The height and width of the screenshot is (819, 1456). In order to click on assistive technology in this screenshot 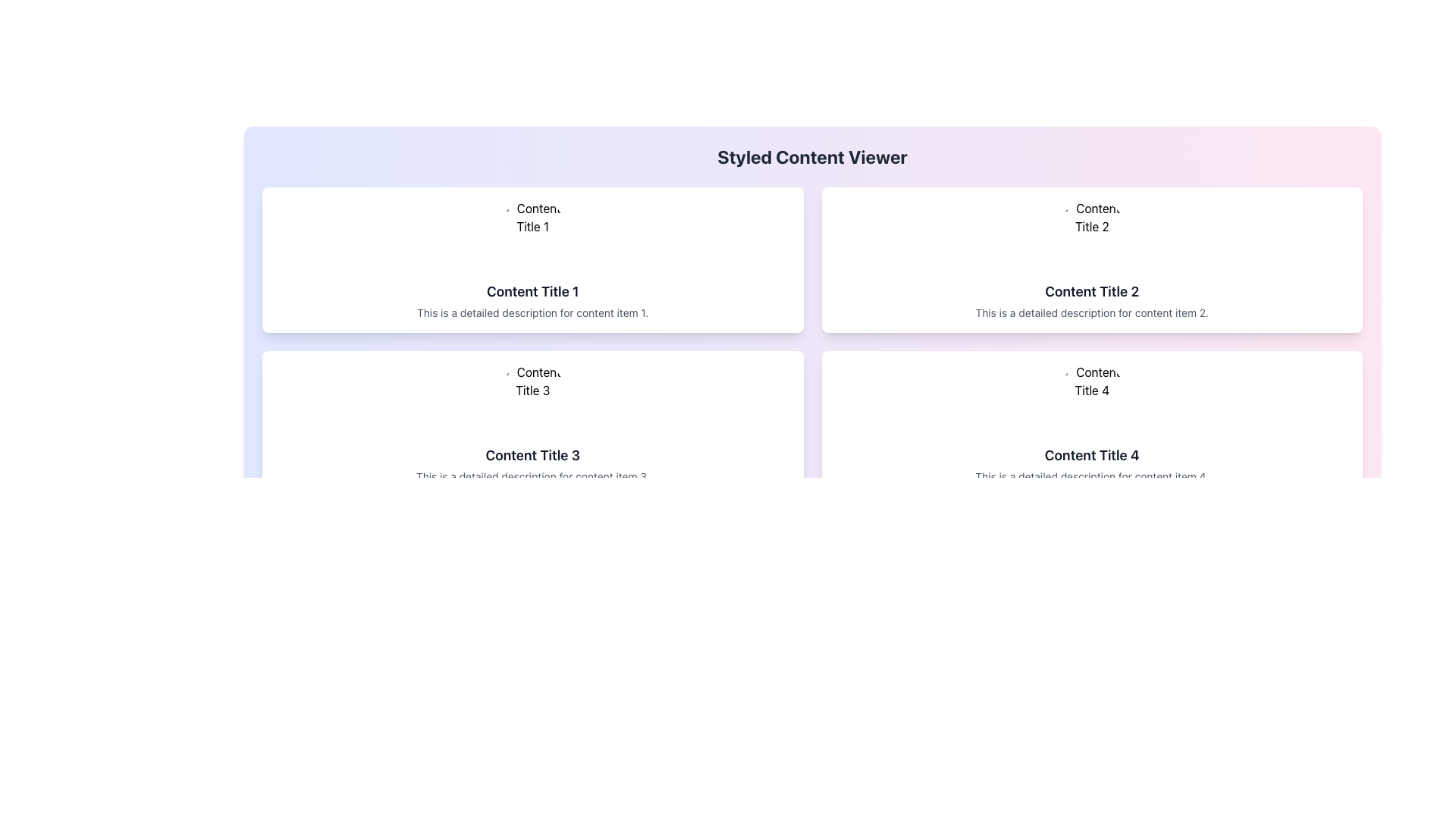, I will do `click(1092, 292)`.